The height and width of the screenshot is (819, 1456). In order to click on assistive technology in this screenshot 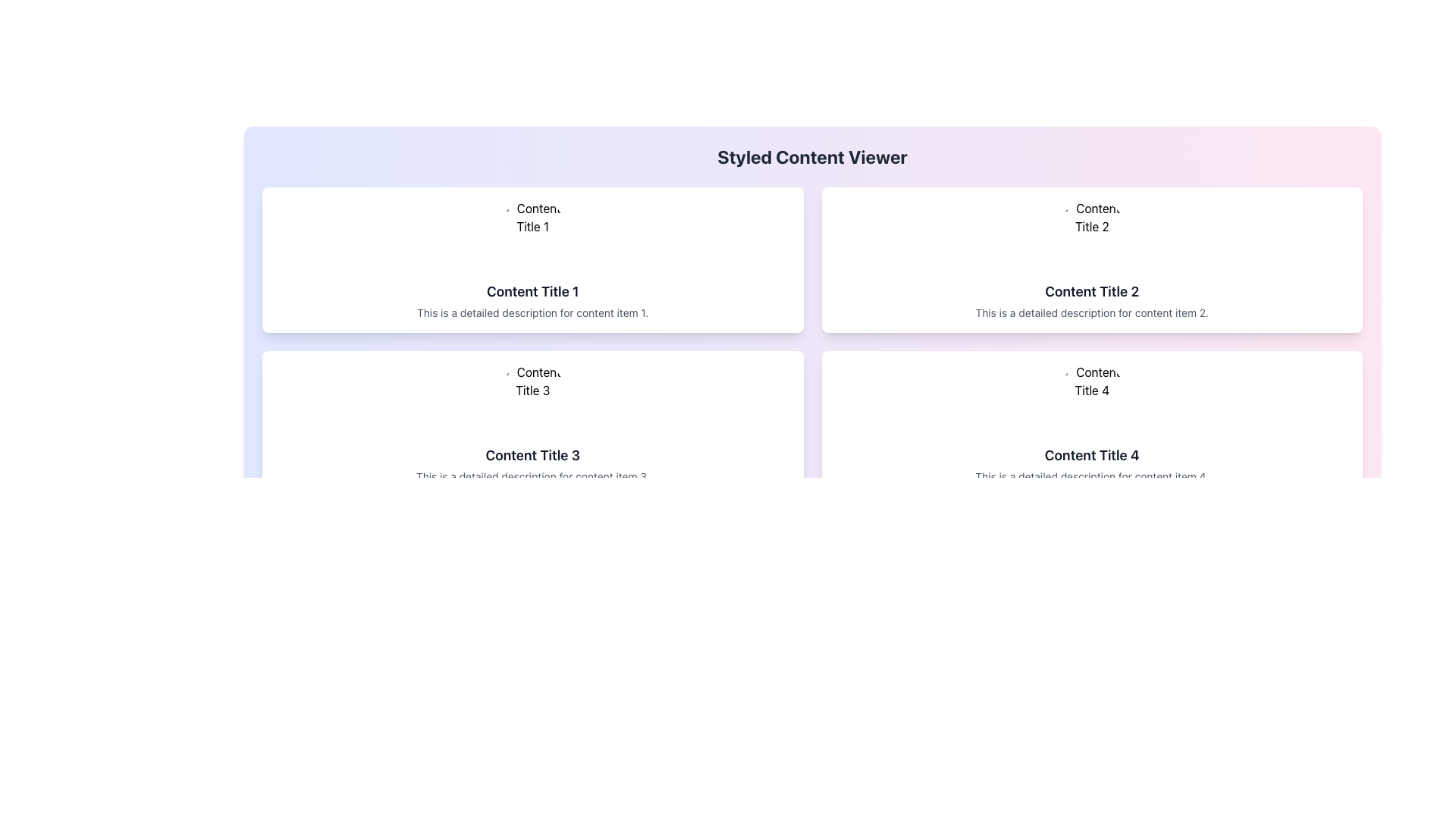, I will do `click(1092, 292)`.